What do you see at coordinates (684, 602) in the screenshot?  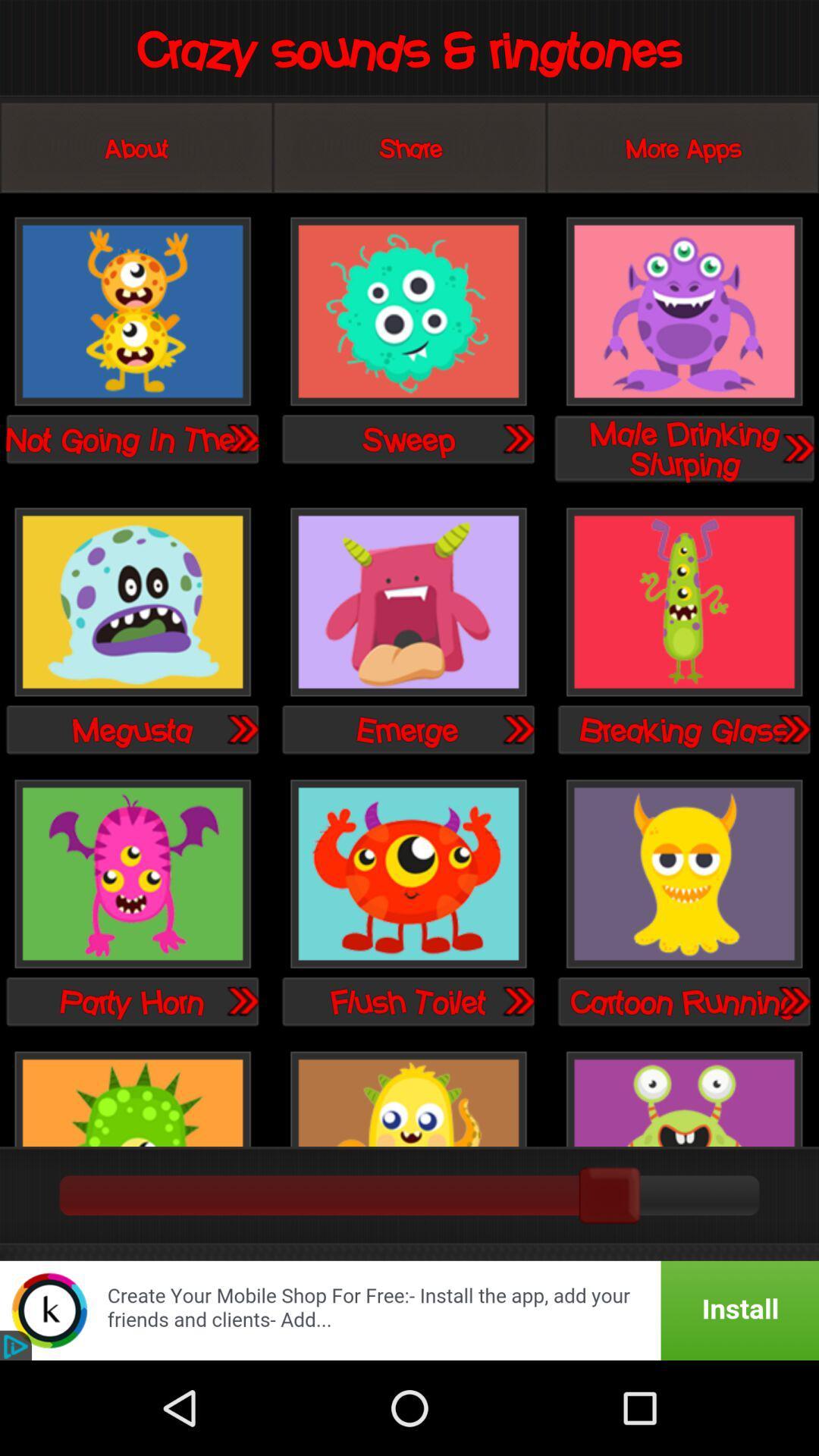 I see `set ringtone to breaking glass` at bounding box center [684, 602].